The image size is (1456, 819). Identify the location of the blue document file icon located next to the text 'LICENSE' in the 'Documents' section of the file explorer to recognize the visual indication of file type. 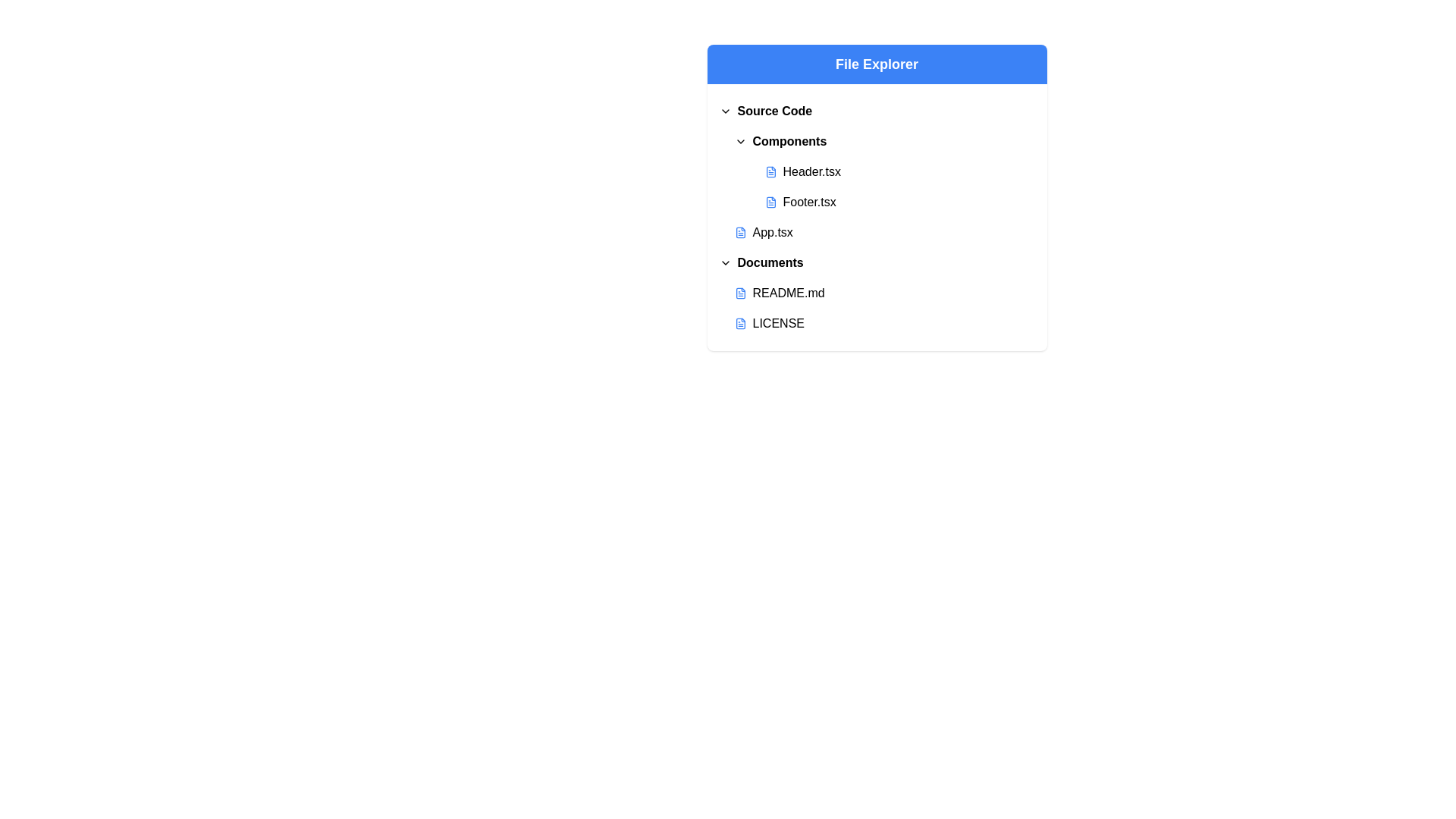
(740, 323).